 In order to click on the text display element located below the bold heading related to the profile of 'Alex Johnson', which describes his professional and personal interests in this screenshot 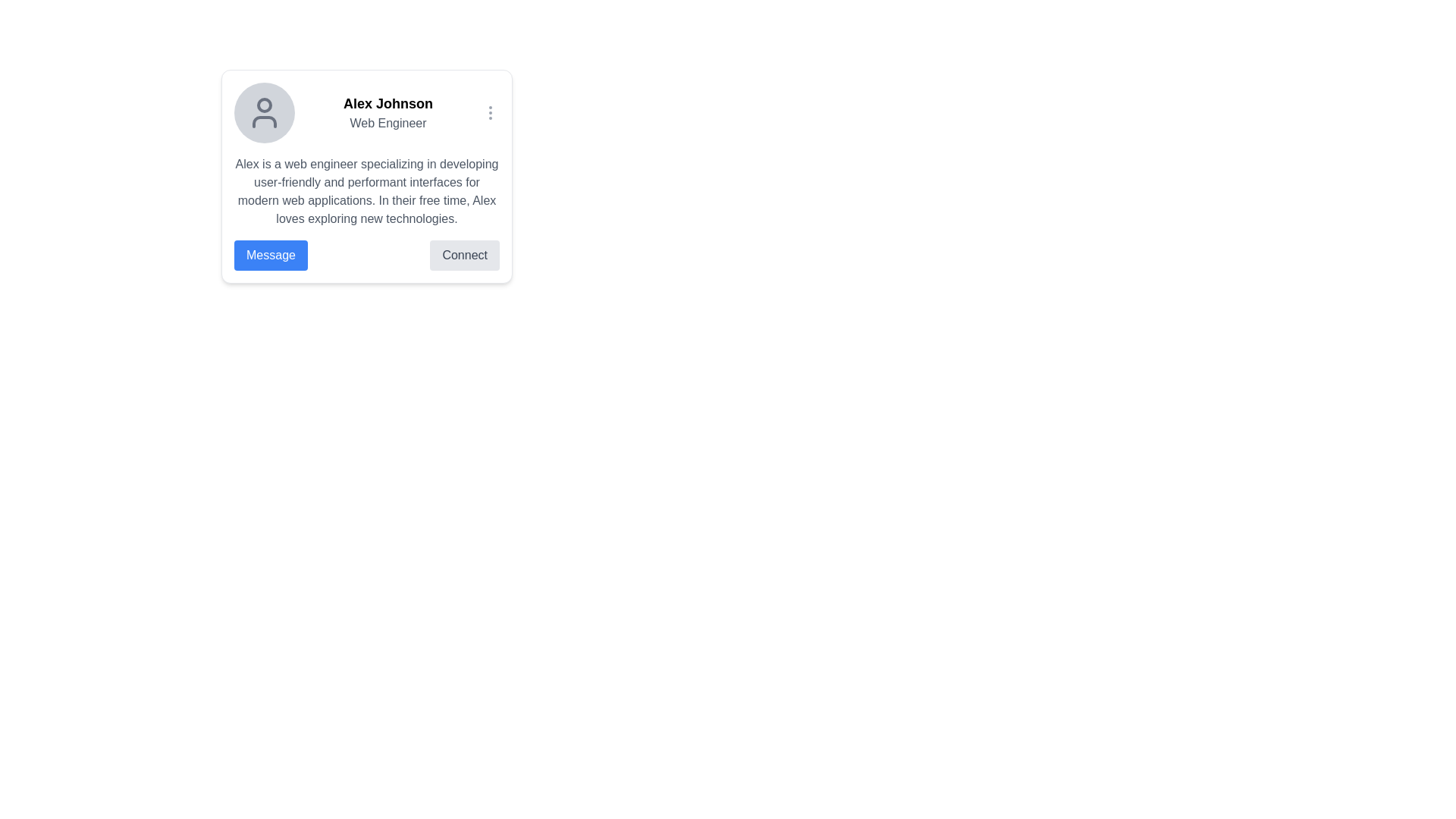, I will do `click(367, 191)`.